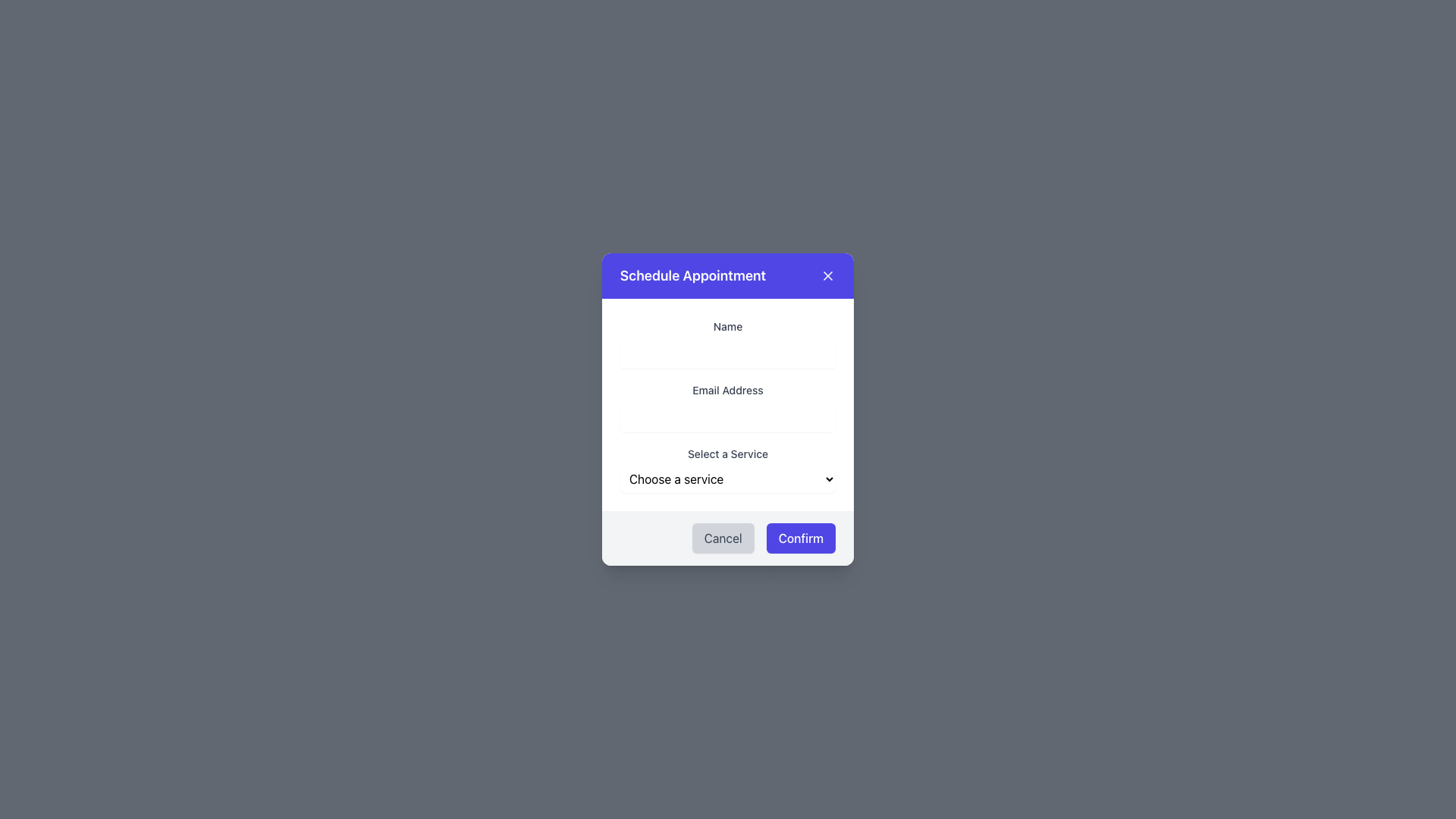 The width and height of the screenshot is (1456, 819). What do you see at coordinates (728, 479) in the screenshot?
I see `options in the dropdown menu labeled 'Choose a service' located in the 'Schedule Appointment' modal` at bounding box center [728, 479].